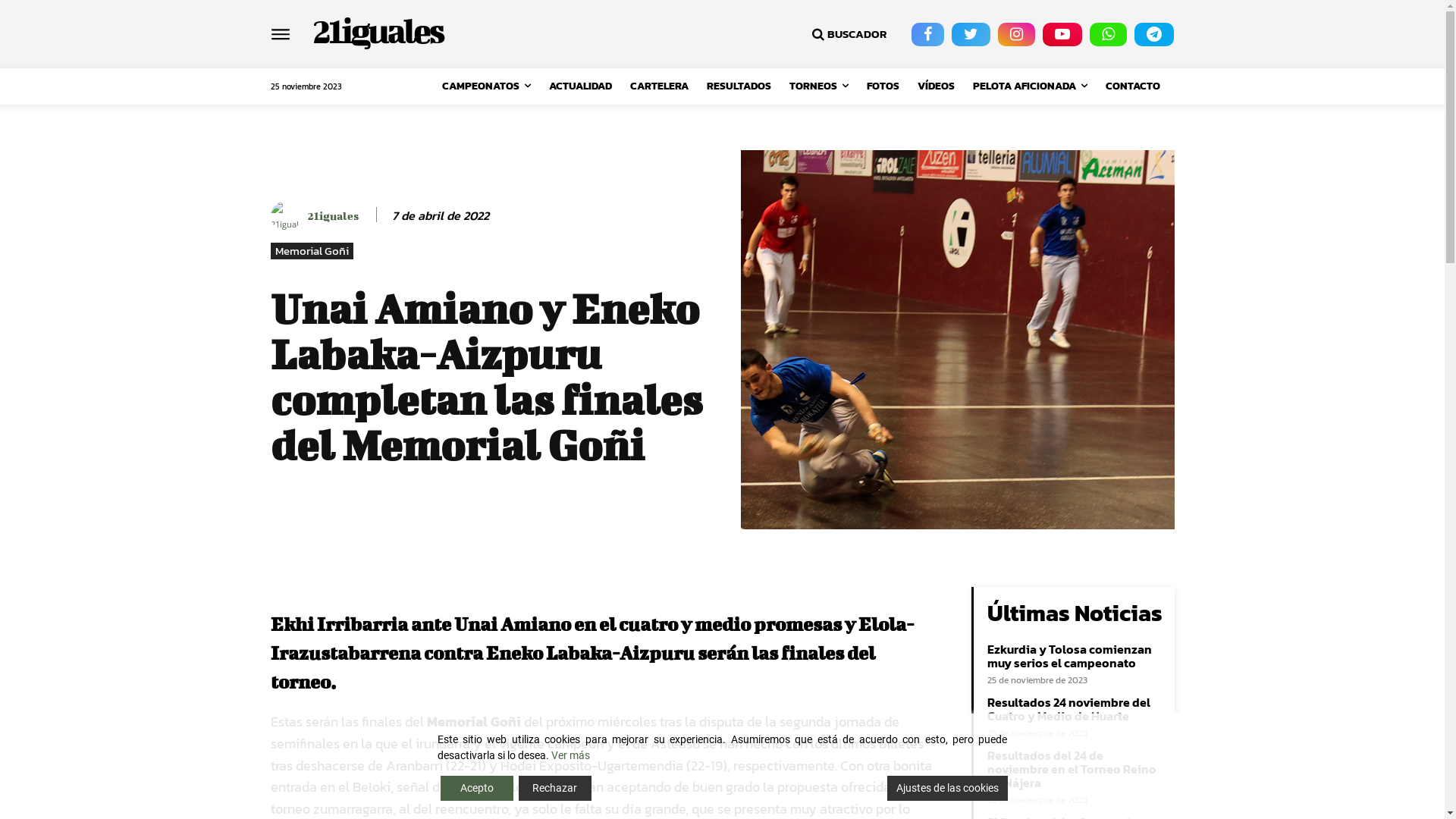 The width and height of the screenshot is (1456, 819). What do you see at coordinates (887, 787) in the screenshot?
I see `'Ajustes de las cookies'` at bounding box center [887, 787].